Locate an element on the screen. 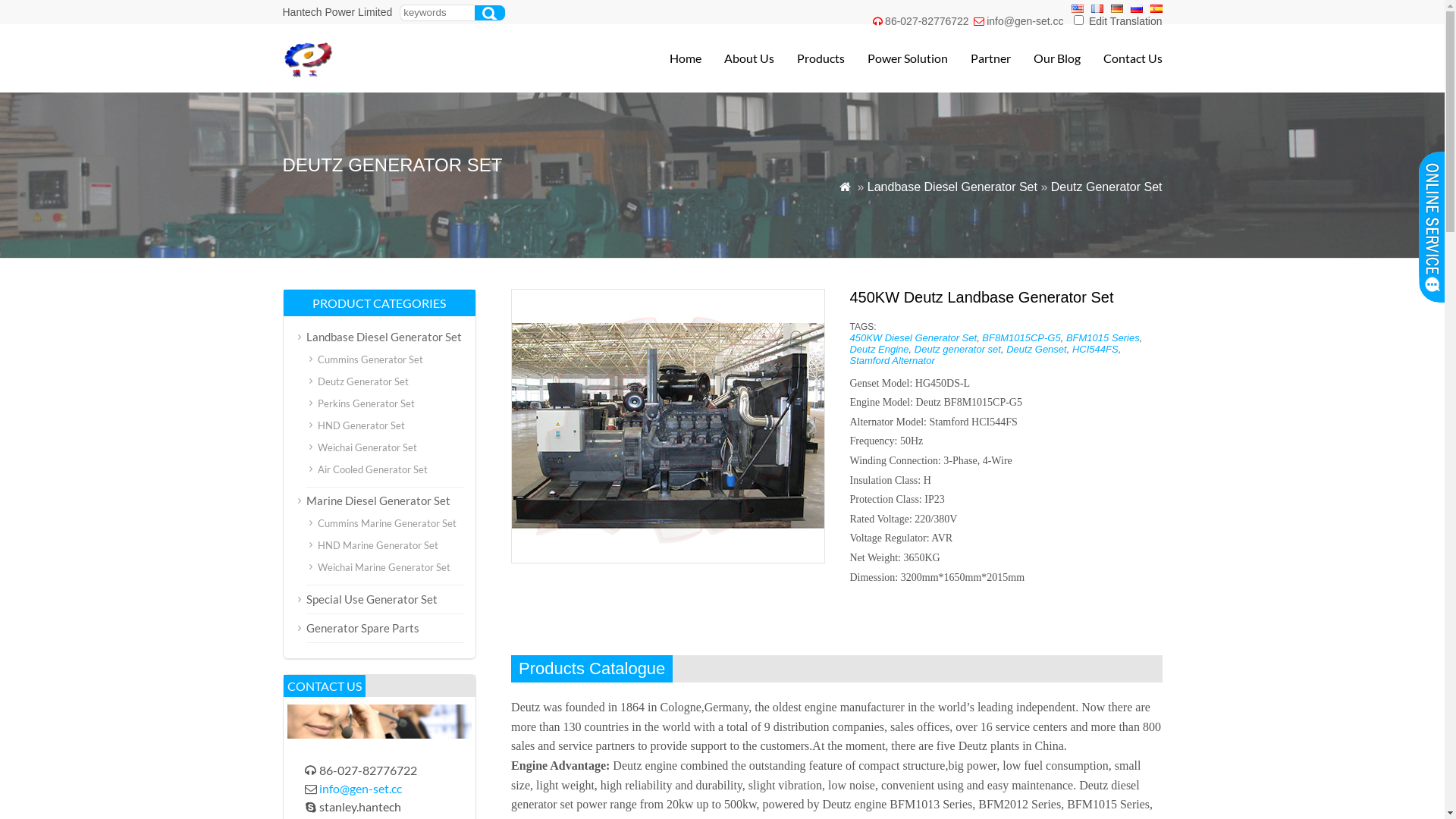 This screenshot has height=819, width=1456. 'Landbase Diesel Generator Set' is located at coordinates (384, 335).